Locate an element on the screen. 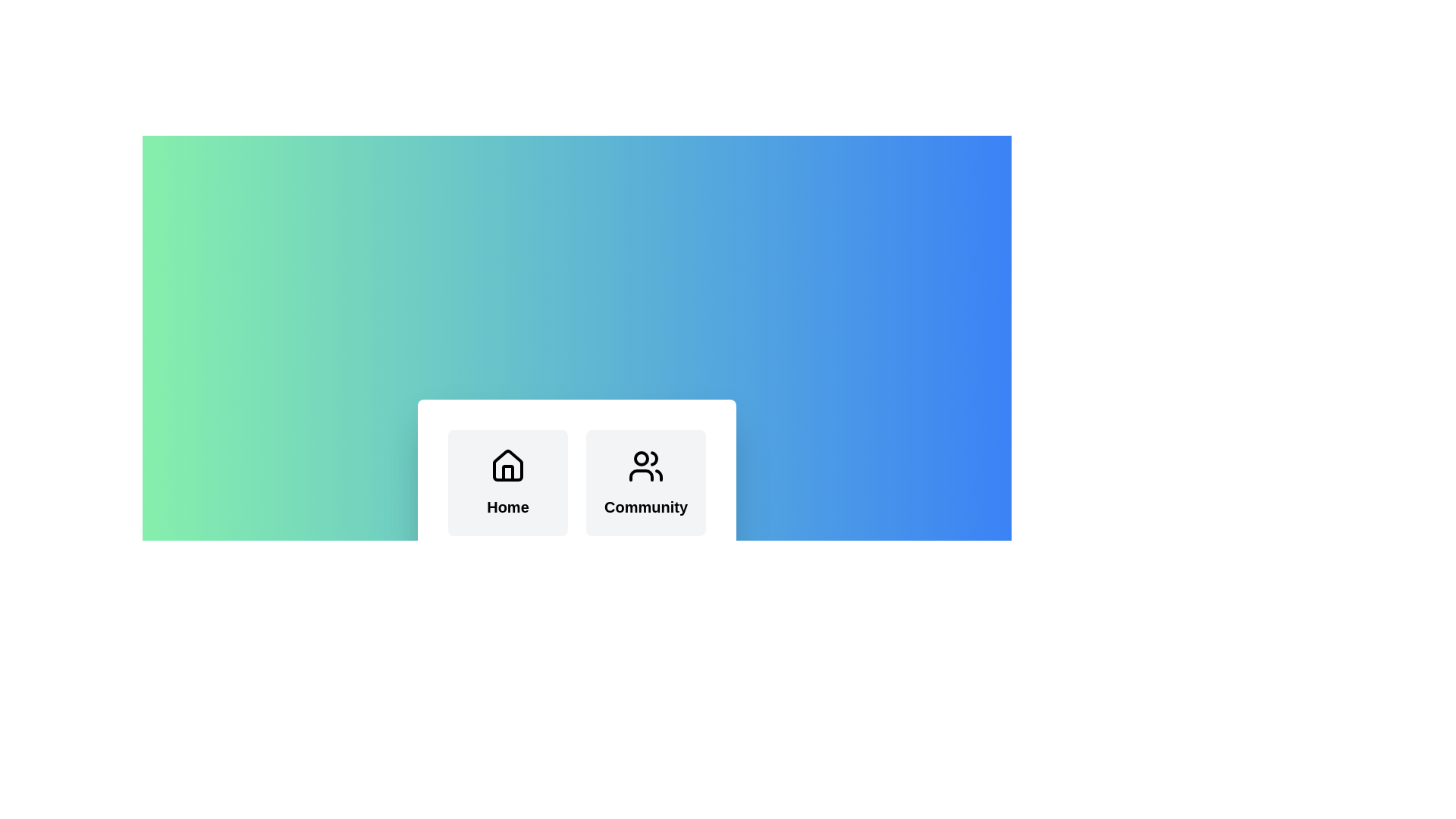 The width and height of the screenshot is (1456, 819). the icon of the 'Community' button, which features grouped user silhouettes above the label text and is styled with a light gray background and rounded corners is located at coordinates (645, 482).